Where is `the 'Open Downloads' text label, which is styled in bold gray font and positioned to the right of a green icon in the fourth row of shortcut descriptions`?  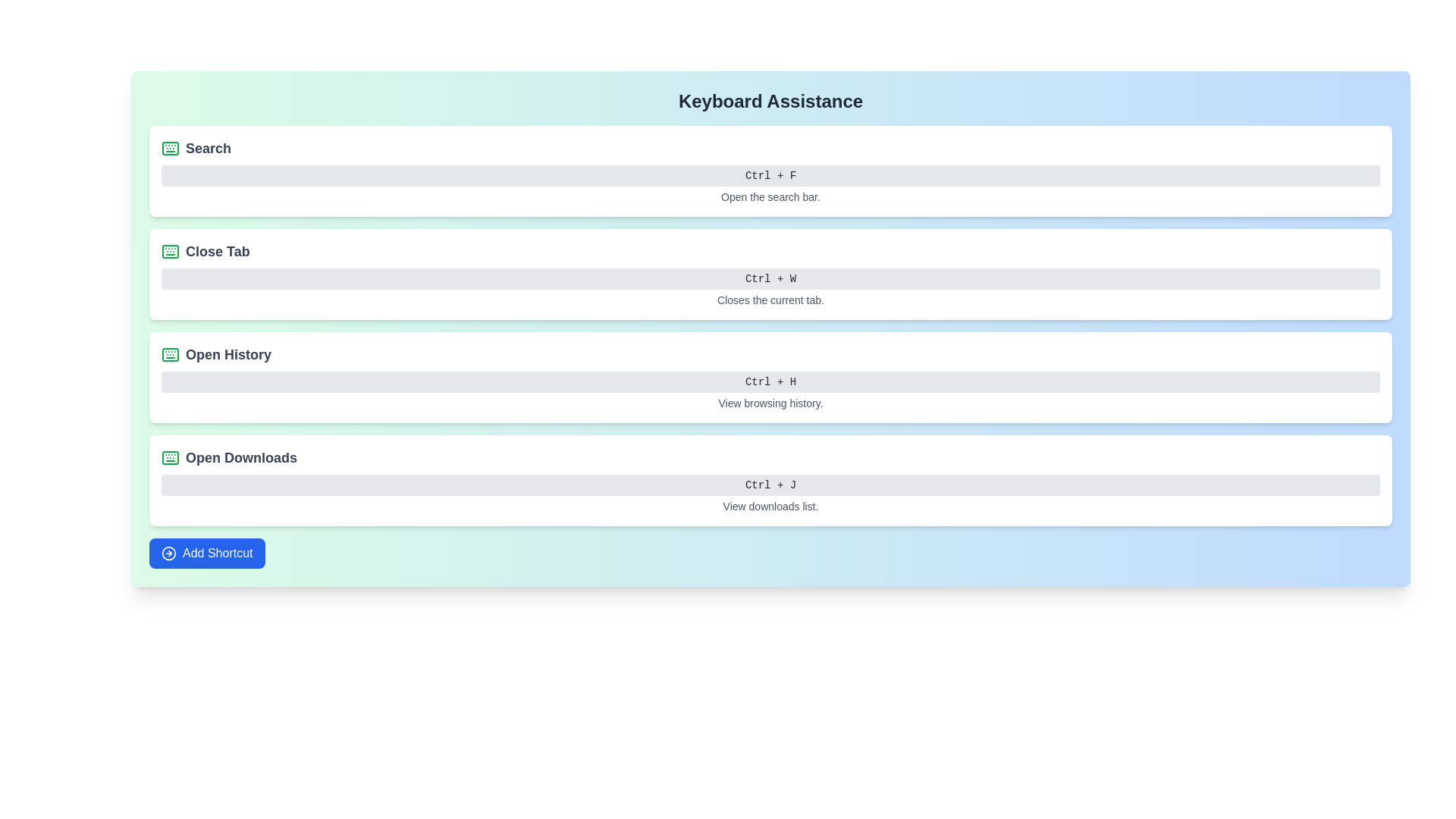
the 'Open Downloads' text label, which is styled in bold gray font and positioned to the right of a green icon in the fourth row of shortcut descriptions is located at coordinates (240, 457).